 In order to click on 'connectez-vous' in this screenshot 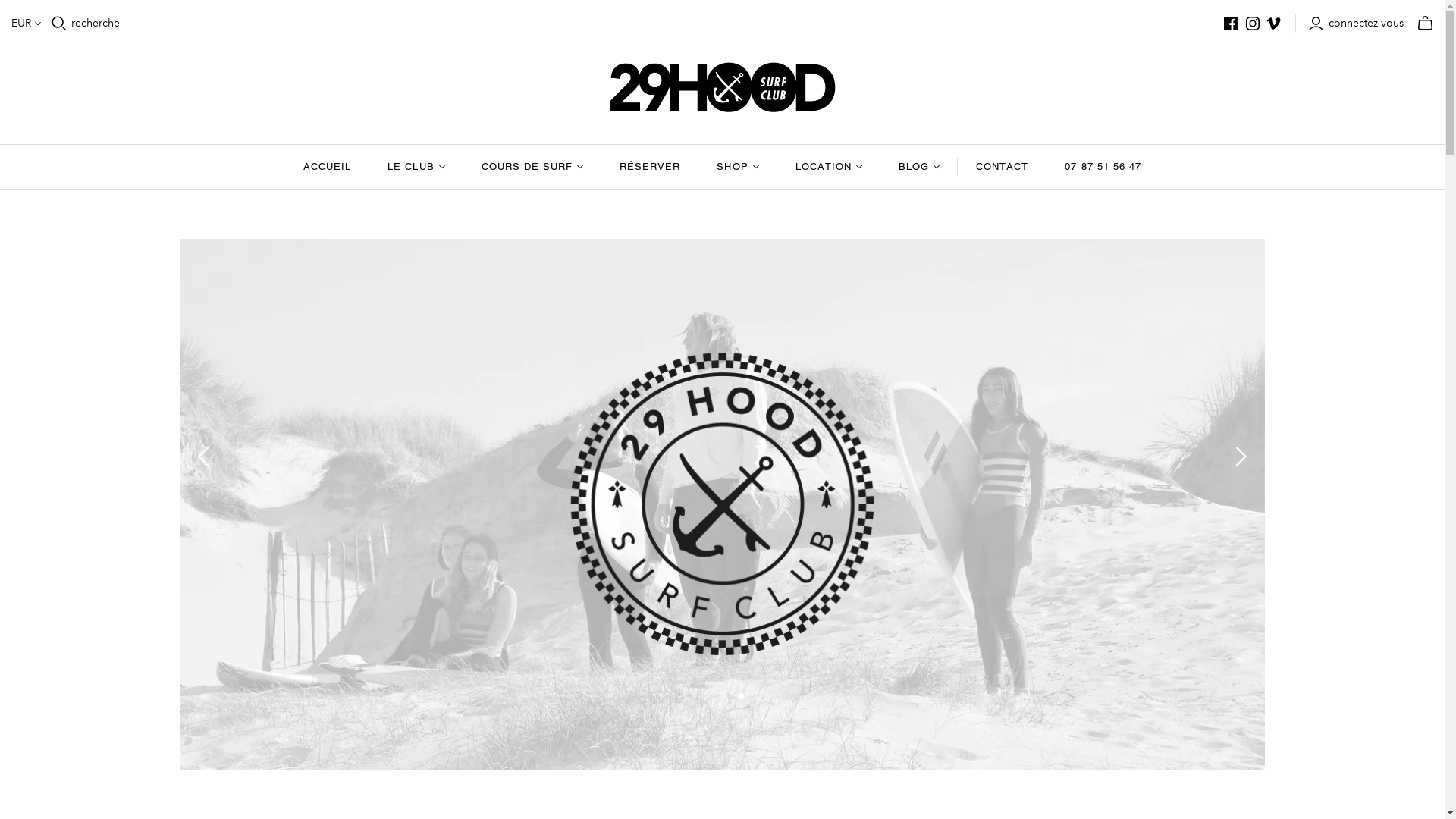, I will do `click(1307, 23)`.